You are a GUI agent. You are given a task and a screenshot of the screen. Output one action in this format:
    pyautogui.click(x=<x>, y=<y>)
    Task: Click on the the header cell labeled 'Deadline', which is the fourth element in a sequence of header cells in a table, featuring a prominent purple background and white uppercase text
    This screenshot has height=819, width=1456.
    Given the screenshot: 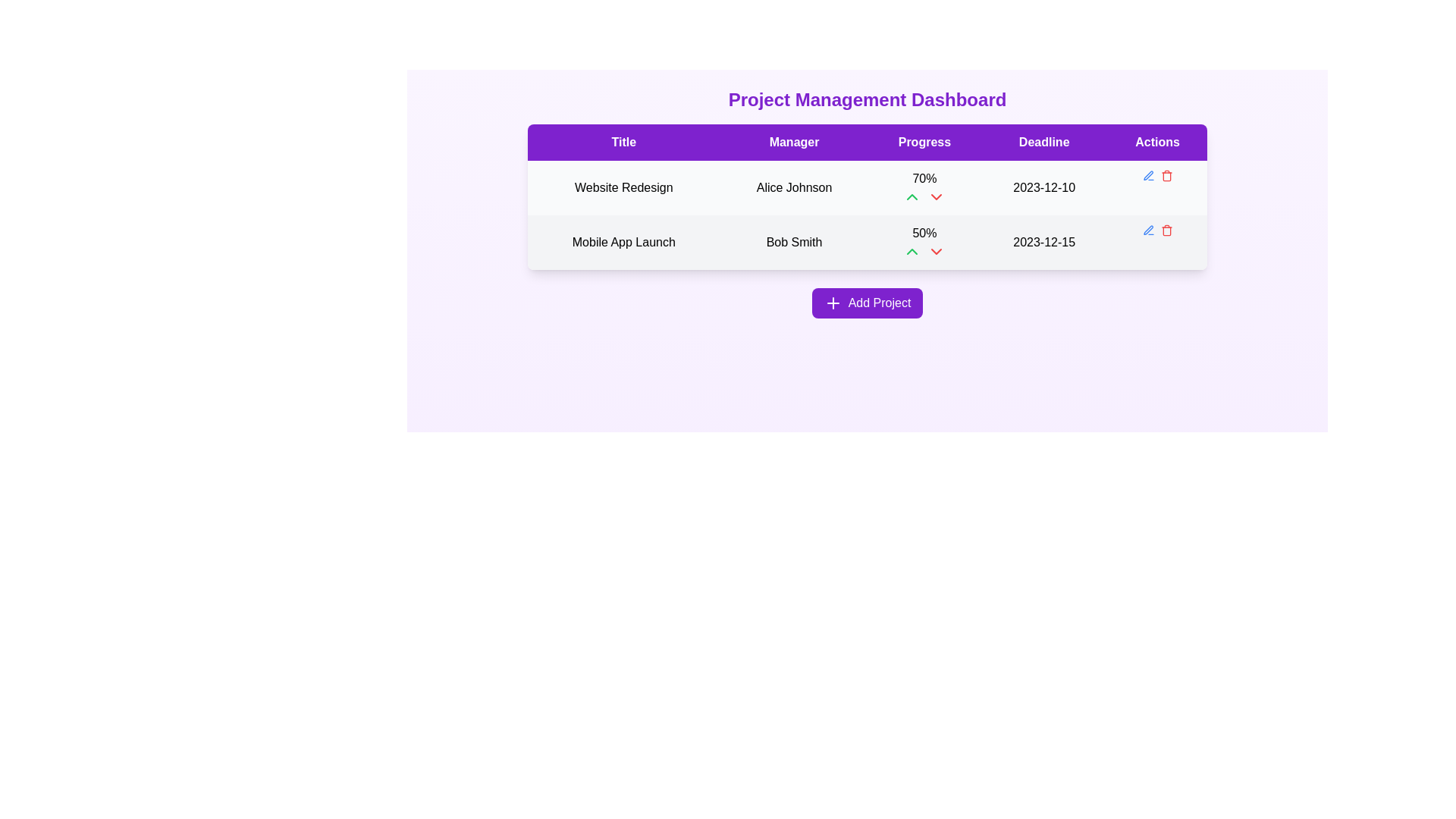 What is the action you would take?
    pyautogui.click(x=1043, y=143)
    